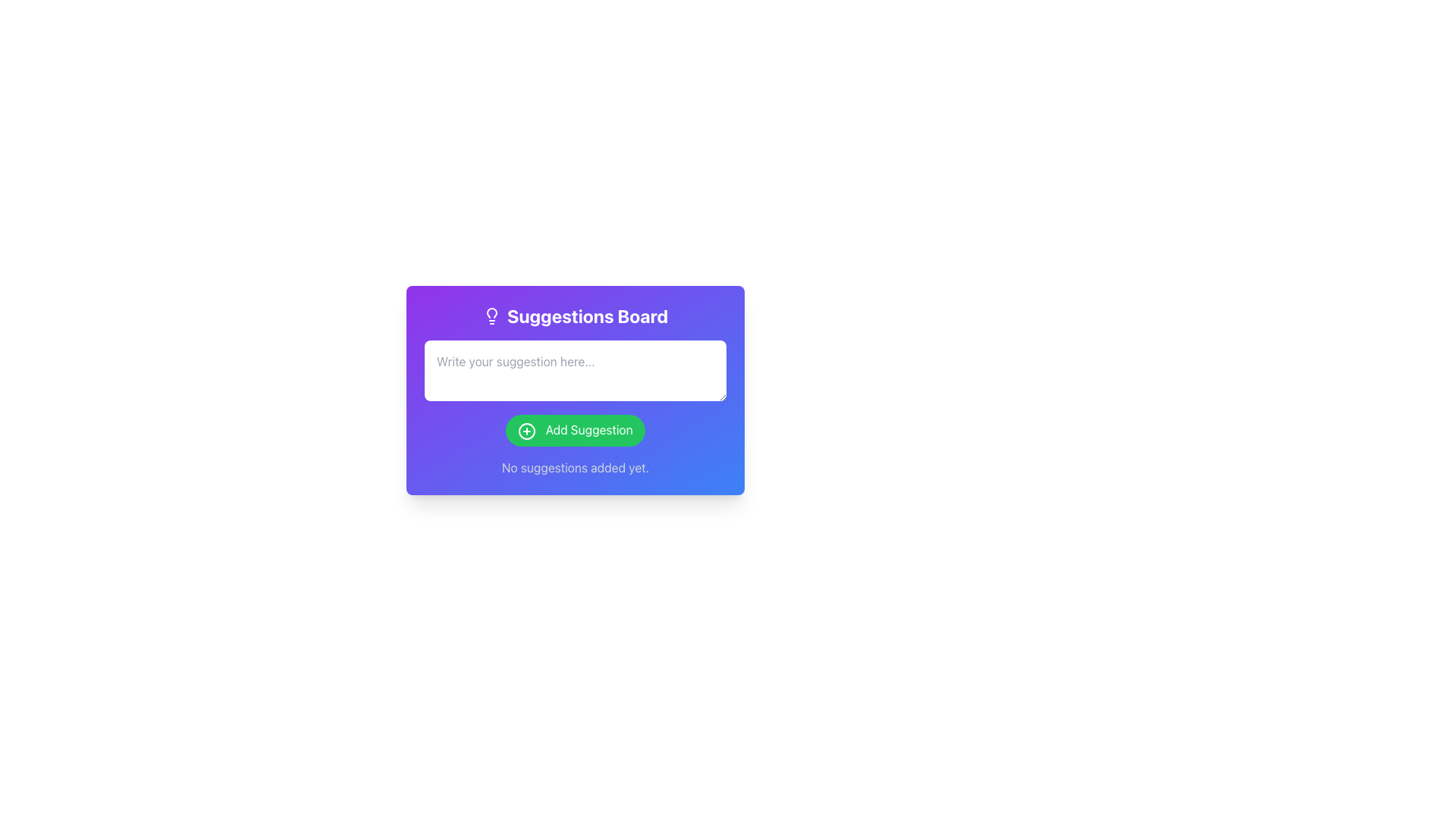  I want to click on the 'Suggestions Board' header text, which is bold and white on a gradient background with a lightbulb icon to its left, so click(574, 315).